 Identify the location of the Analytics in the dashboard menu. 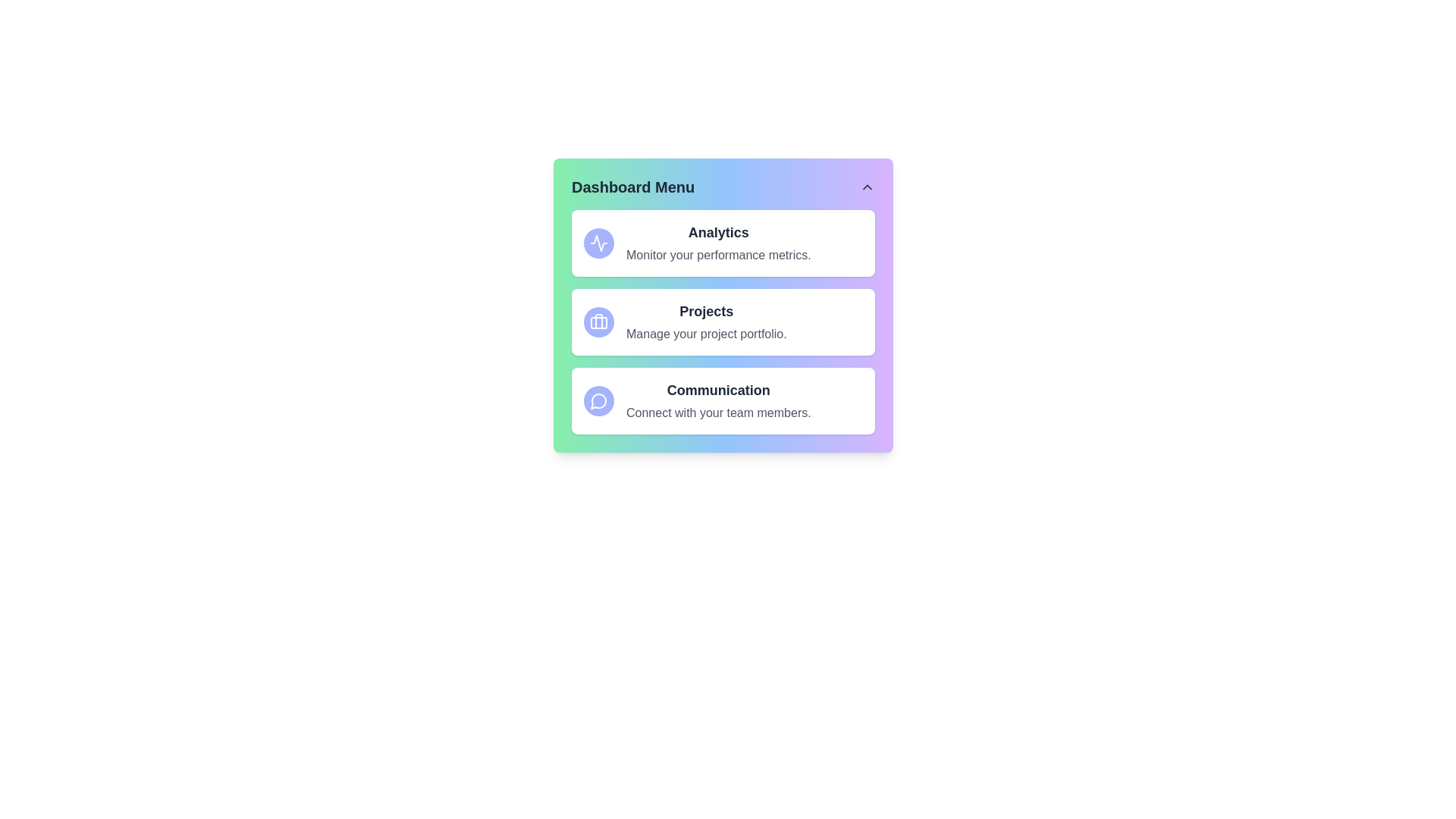
(598, 242).